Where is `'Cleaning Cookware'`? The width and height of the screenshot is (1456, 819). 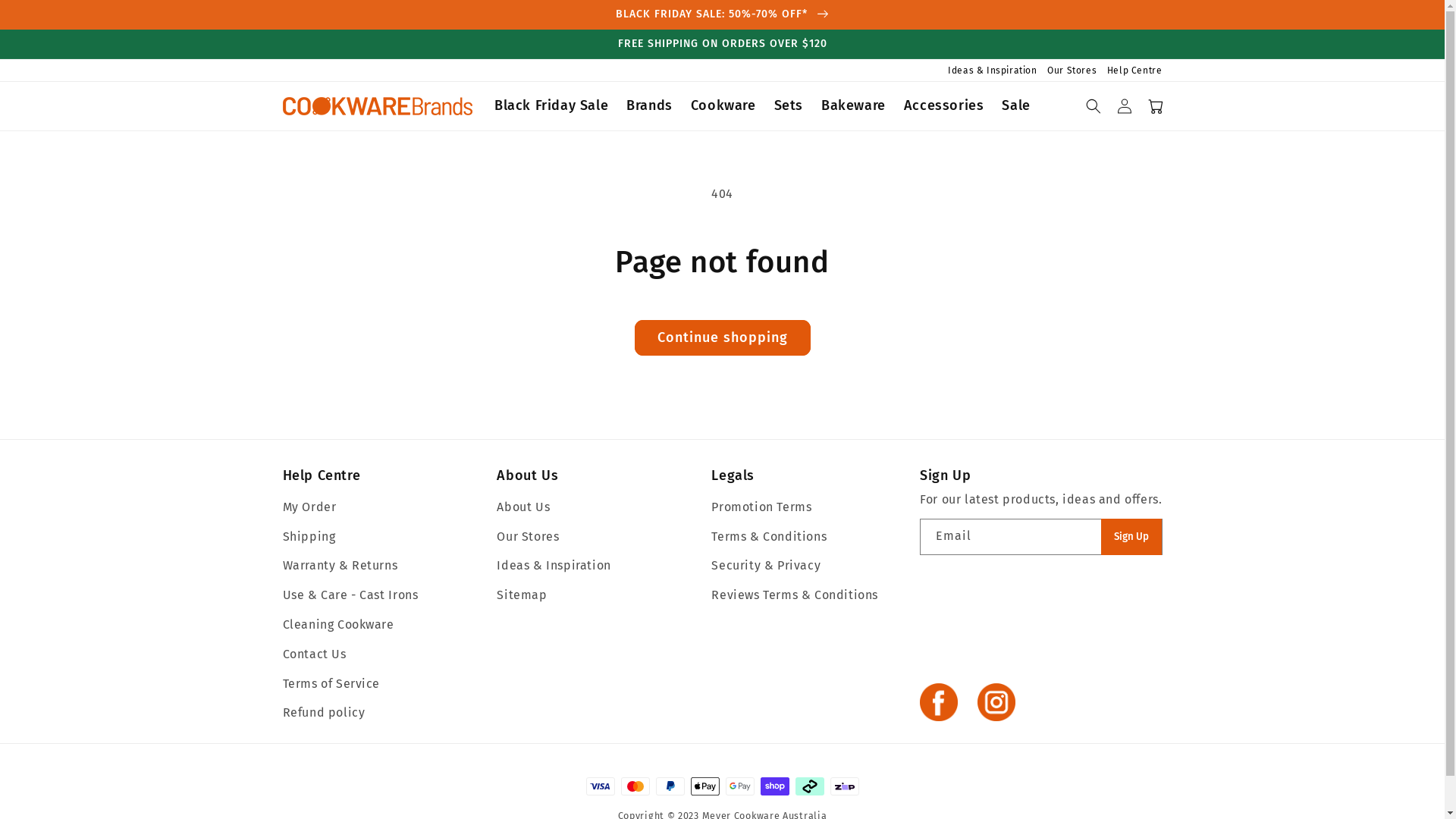 'Cleaning Cookware' is located at coordinates (337, 625).